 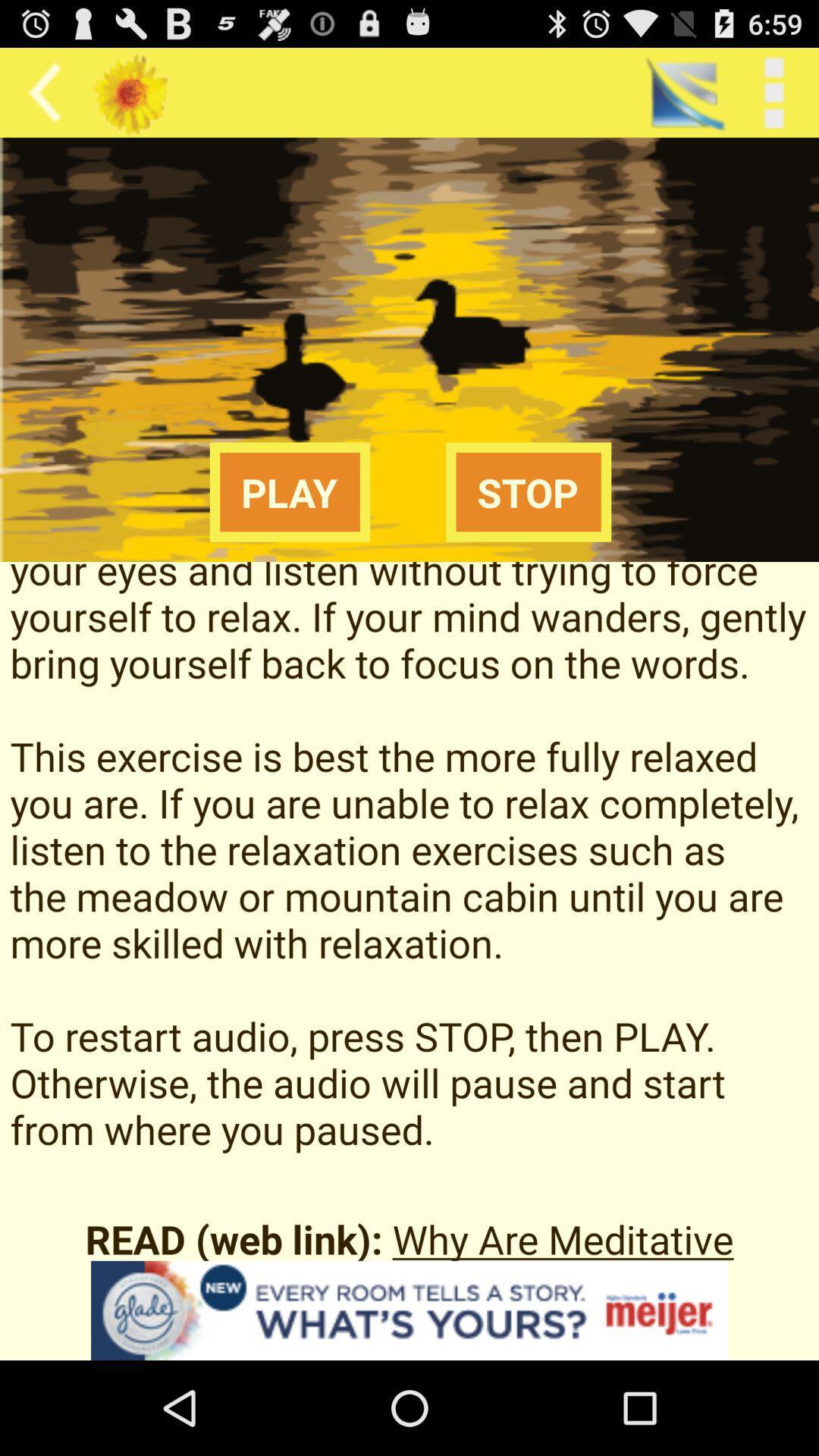 I want to click on the advertisement, so click(x=409, y=1310).